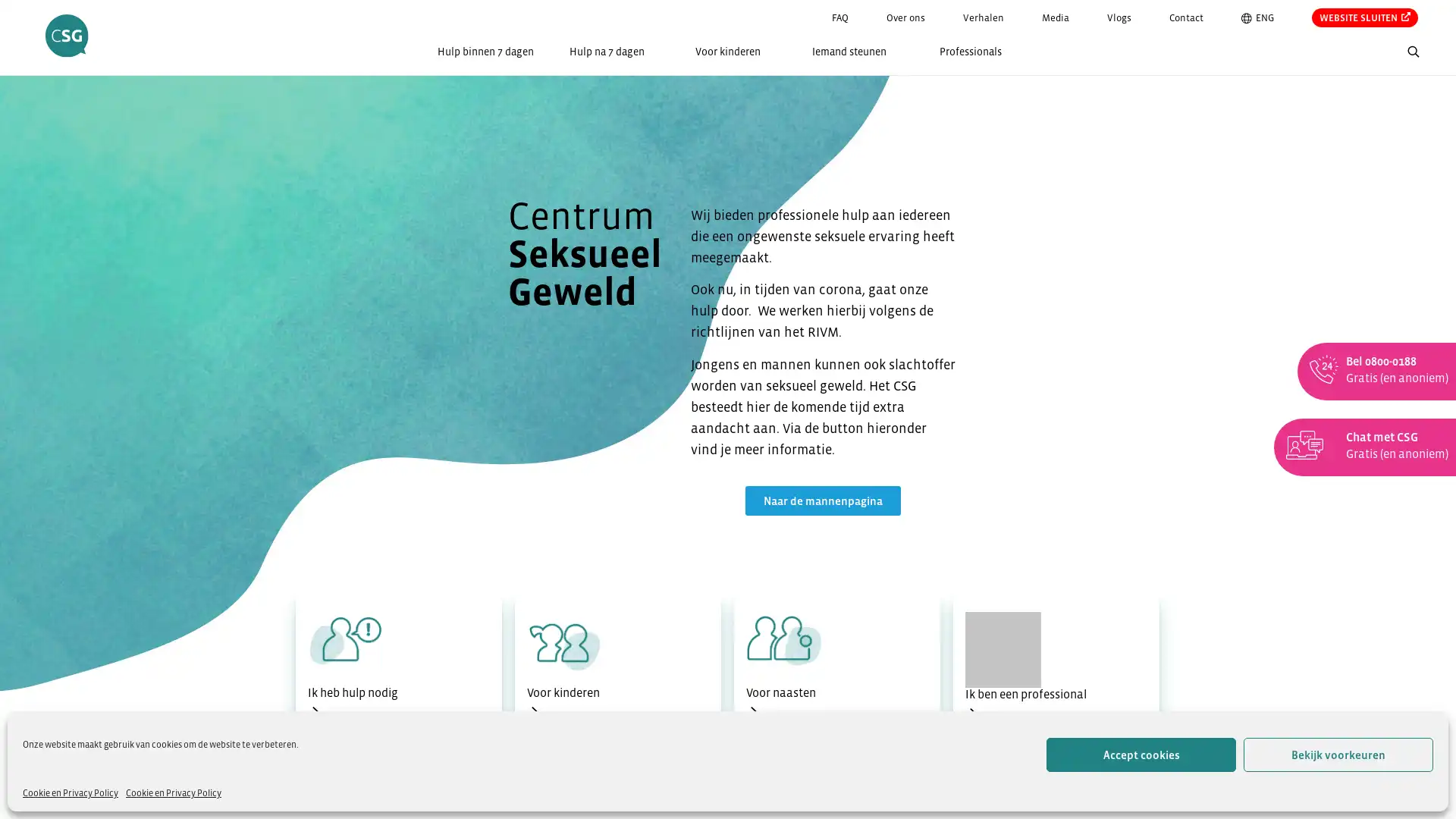 The width and height of the screenshot is (1456, 819). Describe the element at coordinates (1141, 755) in the screenshot. I see `Accept cookies` at that location.